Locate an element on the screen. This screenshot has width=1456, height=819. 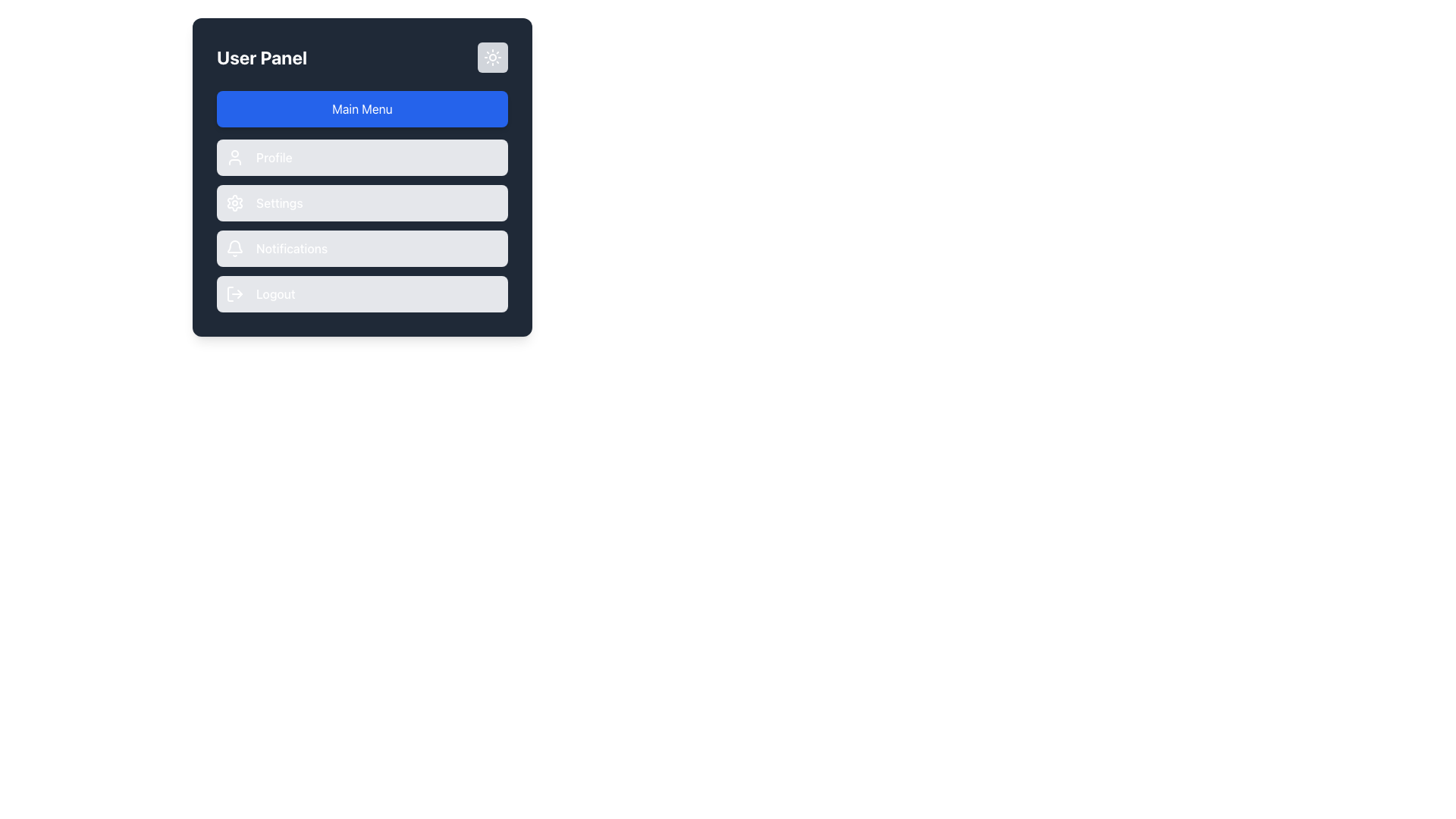
the 'Settings' button located below the 'Main Menu' and above the 'Notifications' option in the User Panel is located at coordinates (362, 177).